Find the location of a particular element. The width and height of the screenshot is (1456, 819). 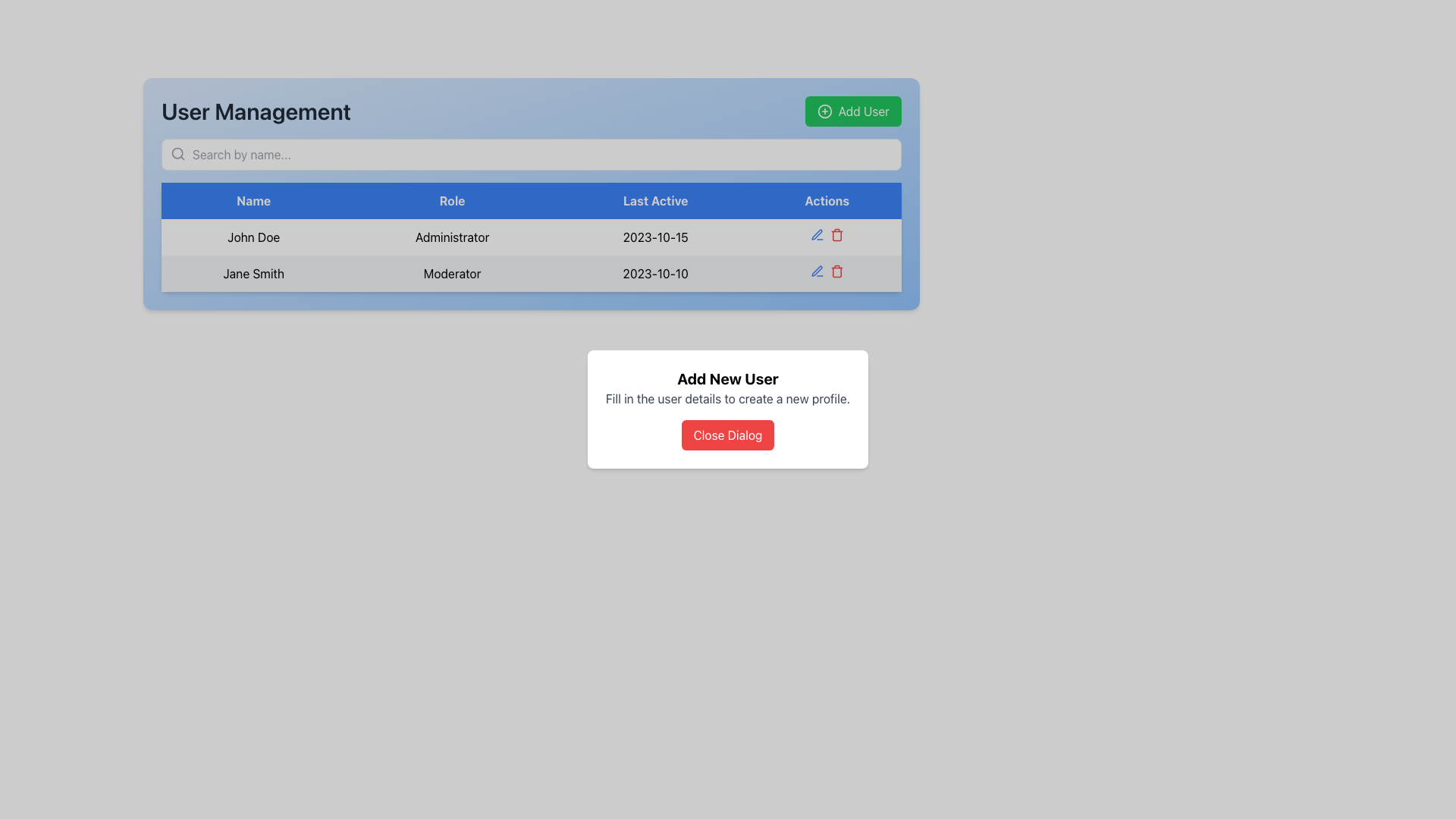

the text display element showing 'Jane Smith' in a light gray cell within the 'Name' column of the table is located at coordinates (253, 274).